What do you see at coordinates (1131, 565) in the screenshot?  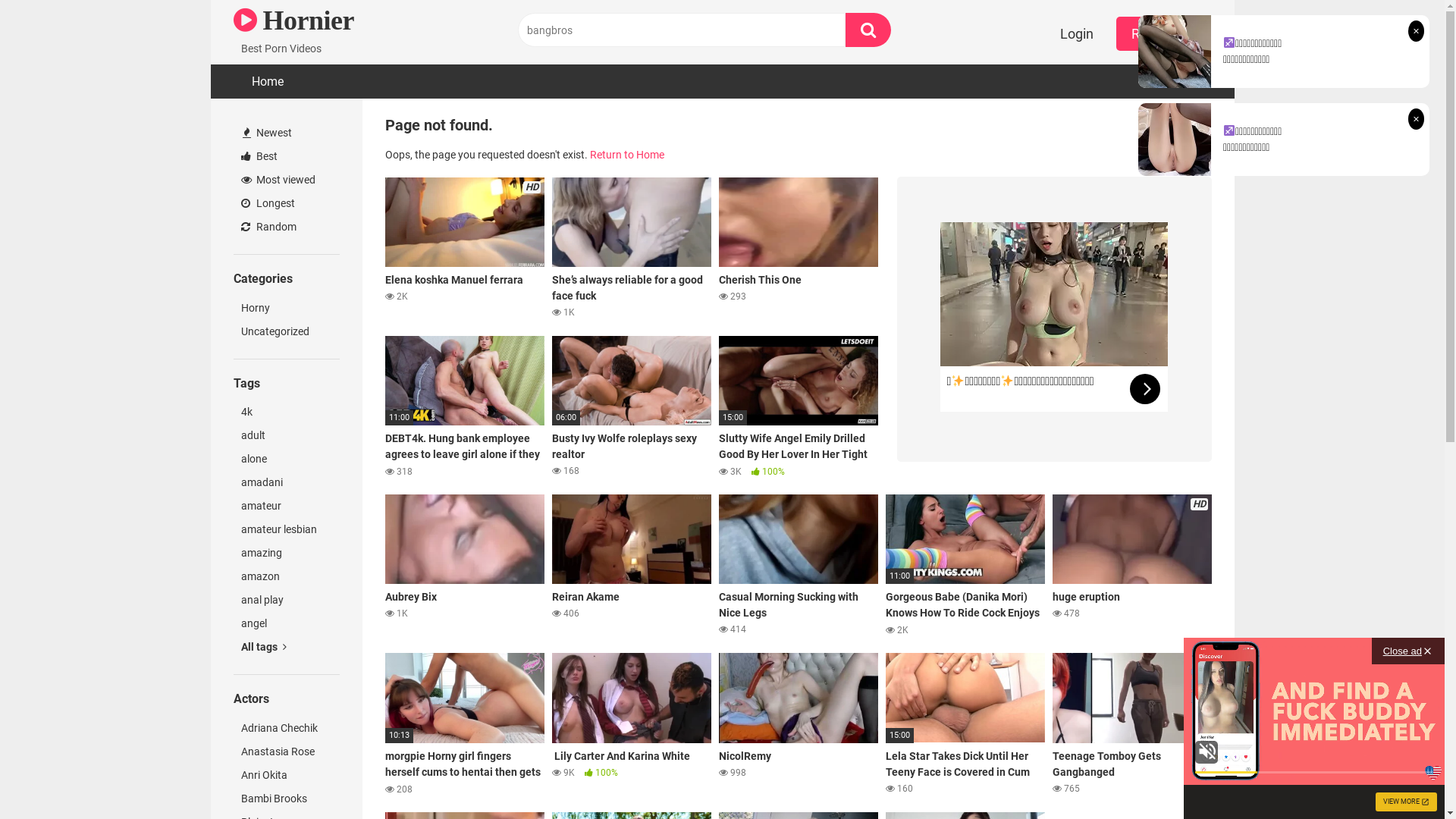 I see `'HD` at bounding box center [1131, 565].